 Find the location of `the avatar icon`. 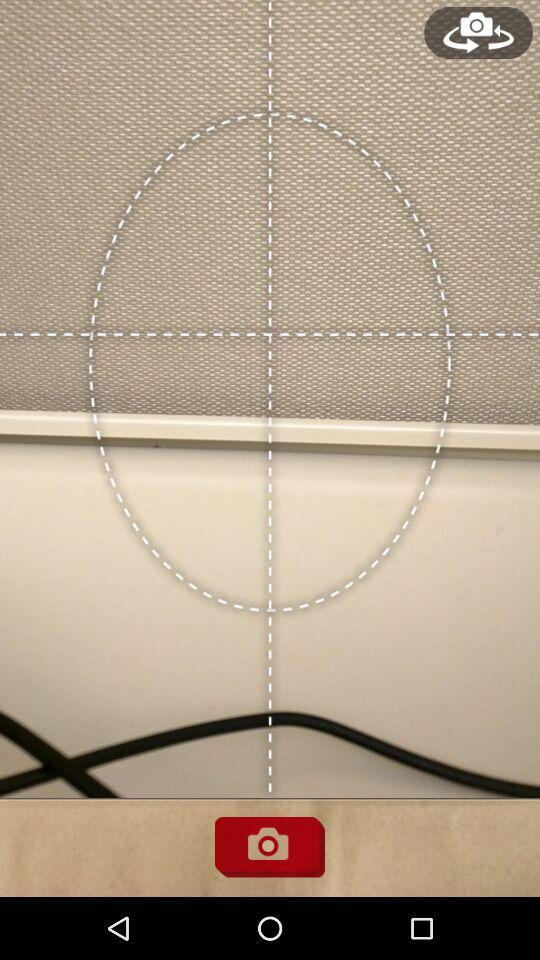

the avatar icon is located at coordinates (477, 34).